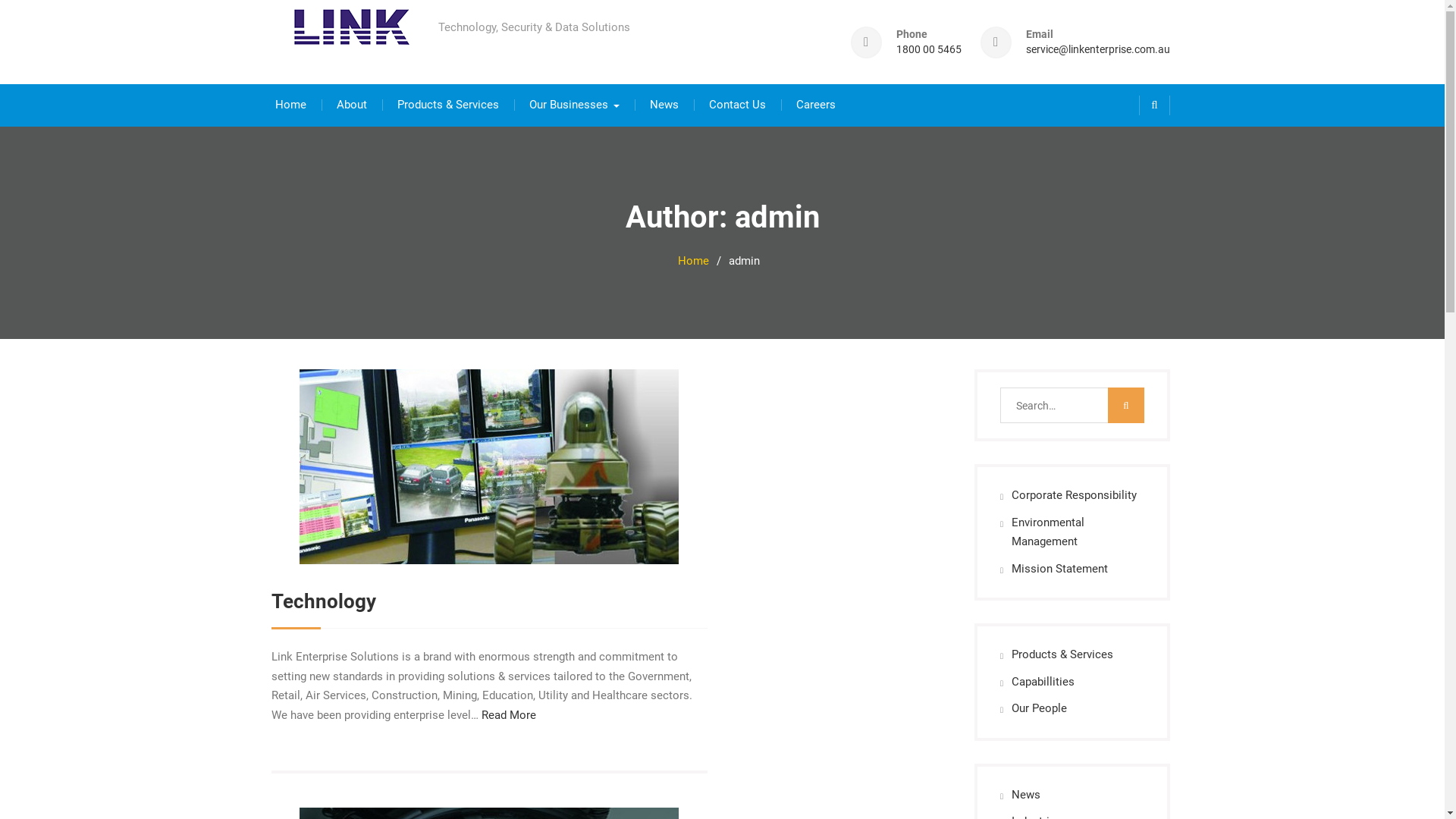 The width and height of the screenshot is (1456, 819). Describe the element at coordinates (508, 714) in the screenshot. I see `'Read More'` at that location.